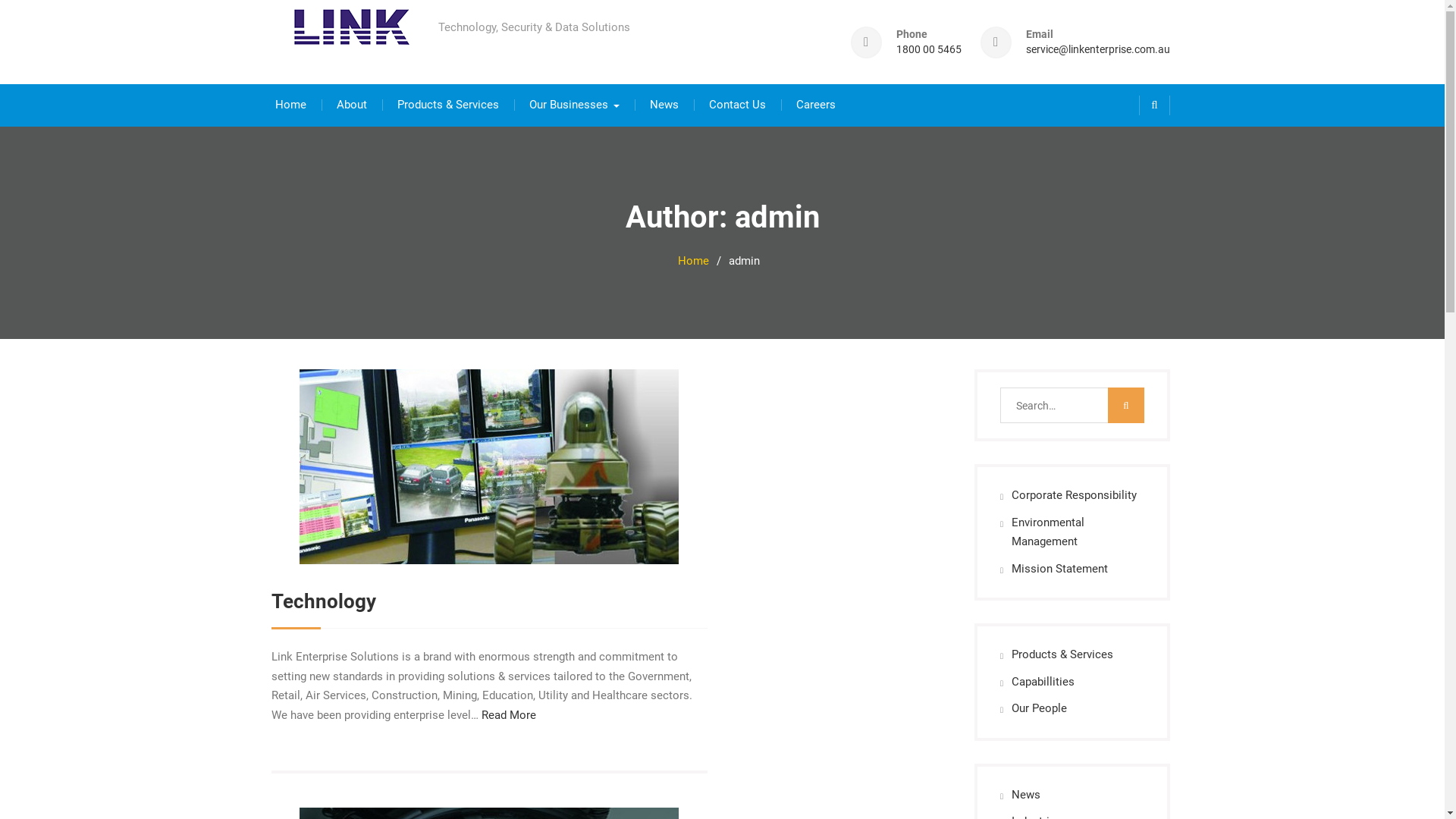 The width and height of the screenshot is (1456, 819). Describe the element at coordinates (508, 714) in the screenshot. I see `'Read More'` at that location.